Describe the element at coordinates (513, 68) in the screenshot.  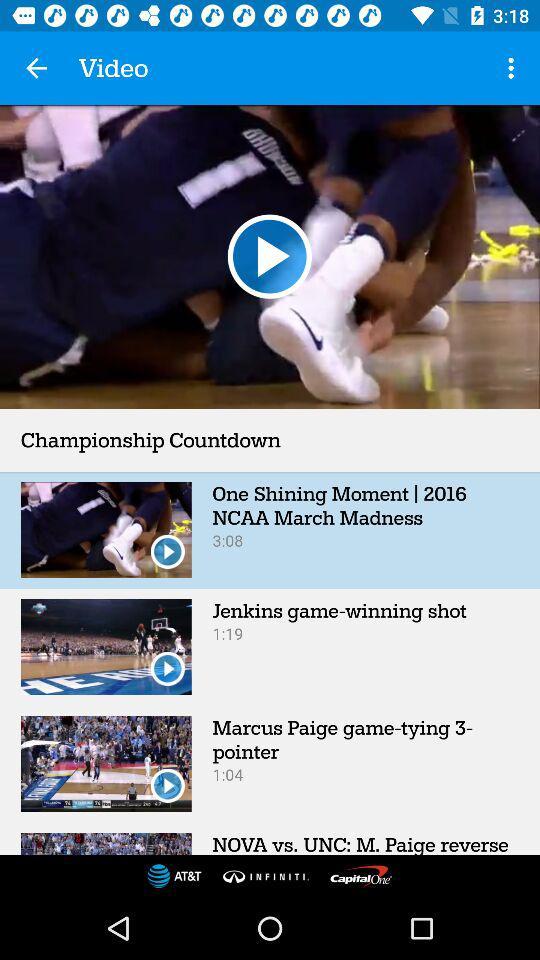
I see `the item to the right of video app` at that location.